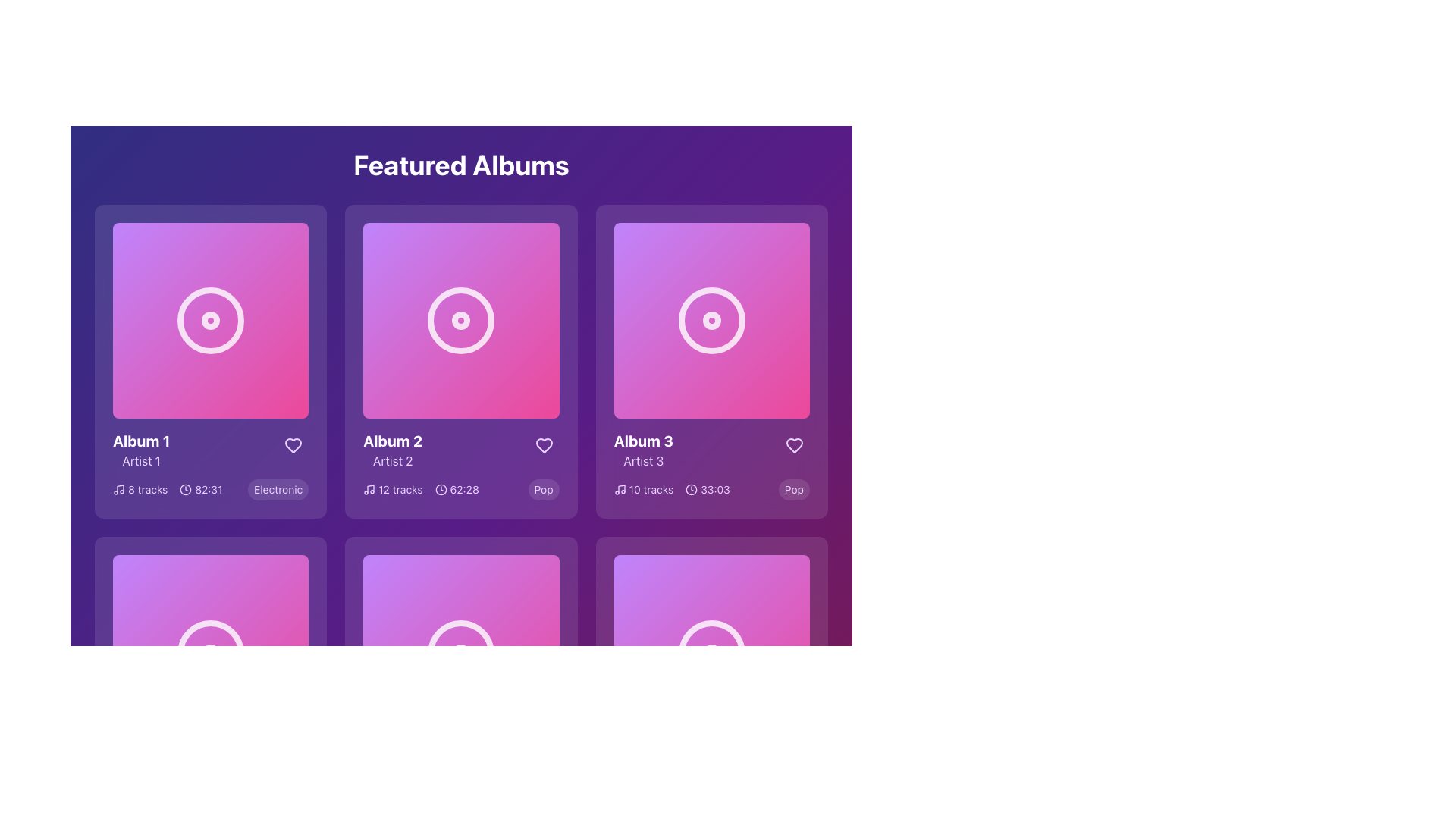 Image resolution: width=1456 pixels, height=819 pixels. What do you see at coordinates (793, 444) in the screenshot?
I see `the heart-shaped icon outlined in light purple associated with 'Album 3' and 'Artist 3' located at the top-right corner of their respective card to trigger visual feedback` at bounding box center [793, 444].